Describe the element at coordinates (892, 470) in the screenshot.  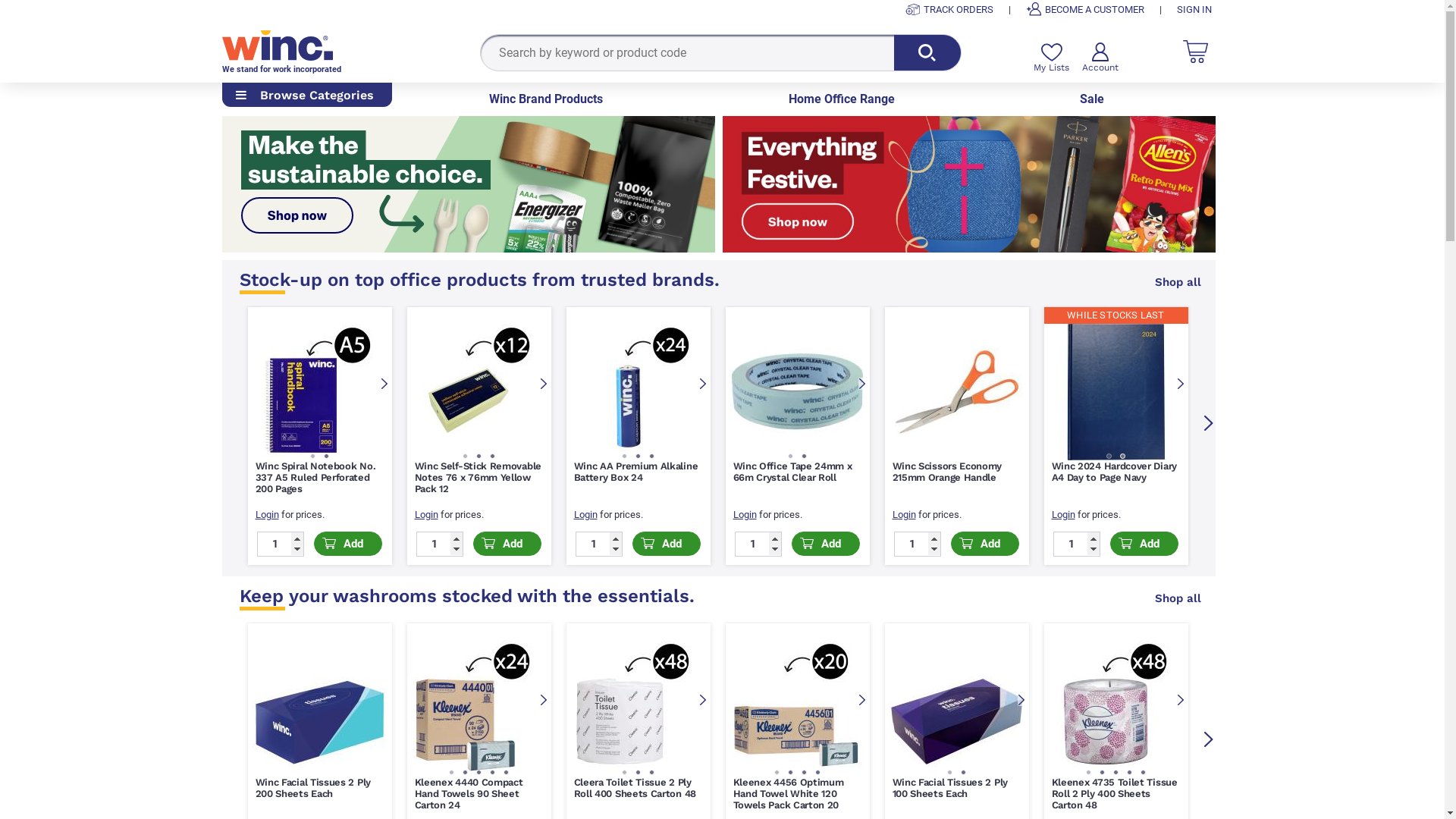
I see `'Winc Scissors Economy 215mm Orange Handle'` at that location.